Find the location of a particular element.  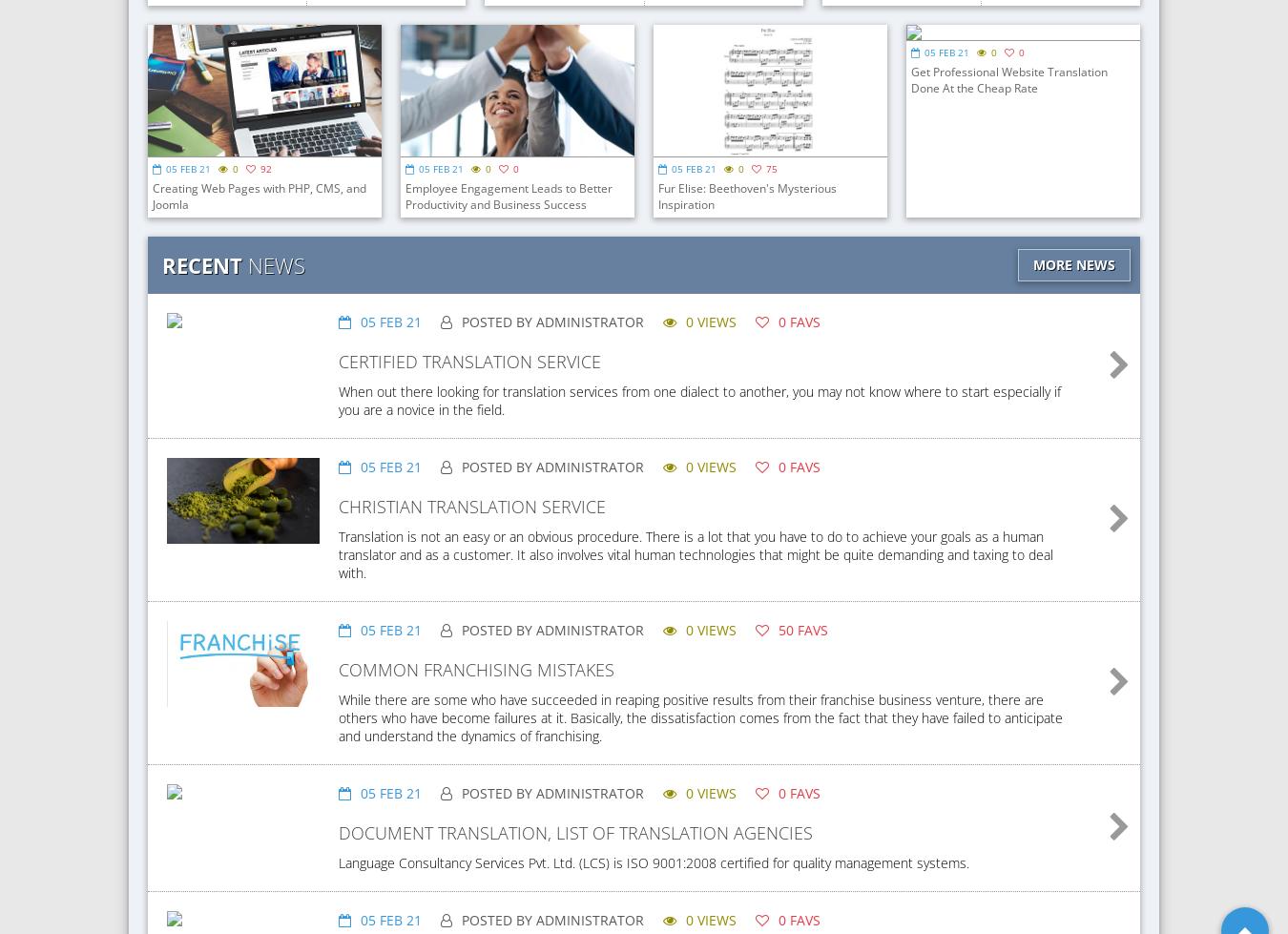

'Language Consultancy Services Pvt. Ltd. (LCS) is ISO 9001:2008 certified for quality management systems.' is located at coordinates (653, 861).